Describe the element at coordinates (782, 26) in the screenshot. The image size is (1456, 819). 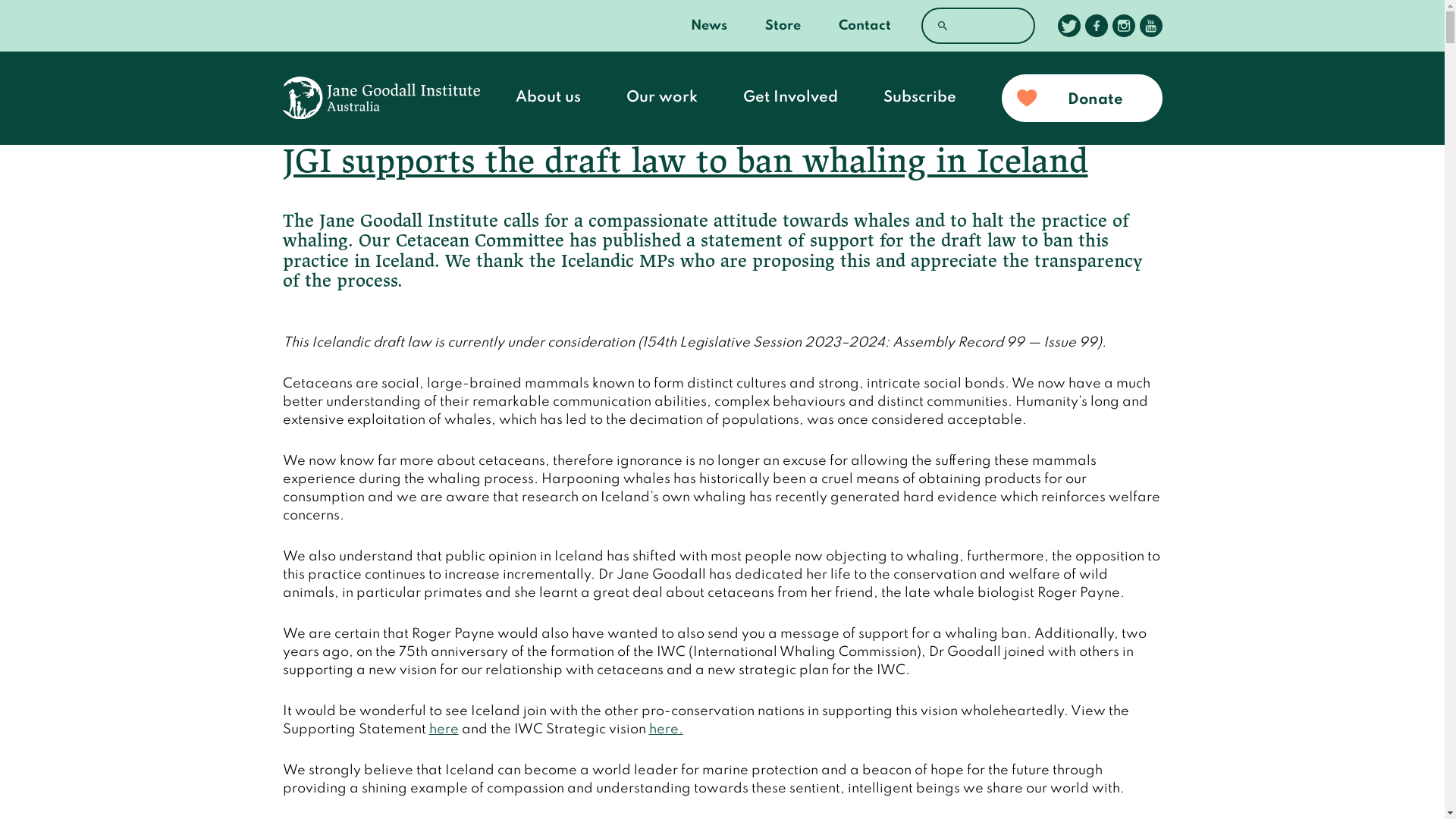
I see `'Store'` at that location.